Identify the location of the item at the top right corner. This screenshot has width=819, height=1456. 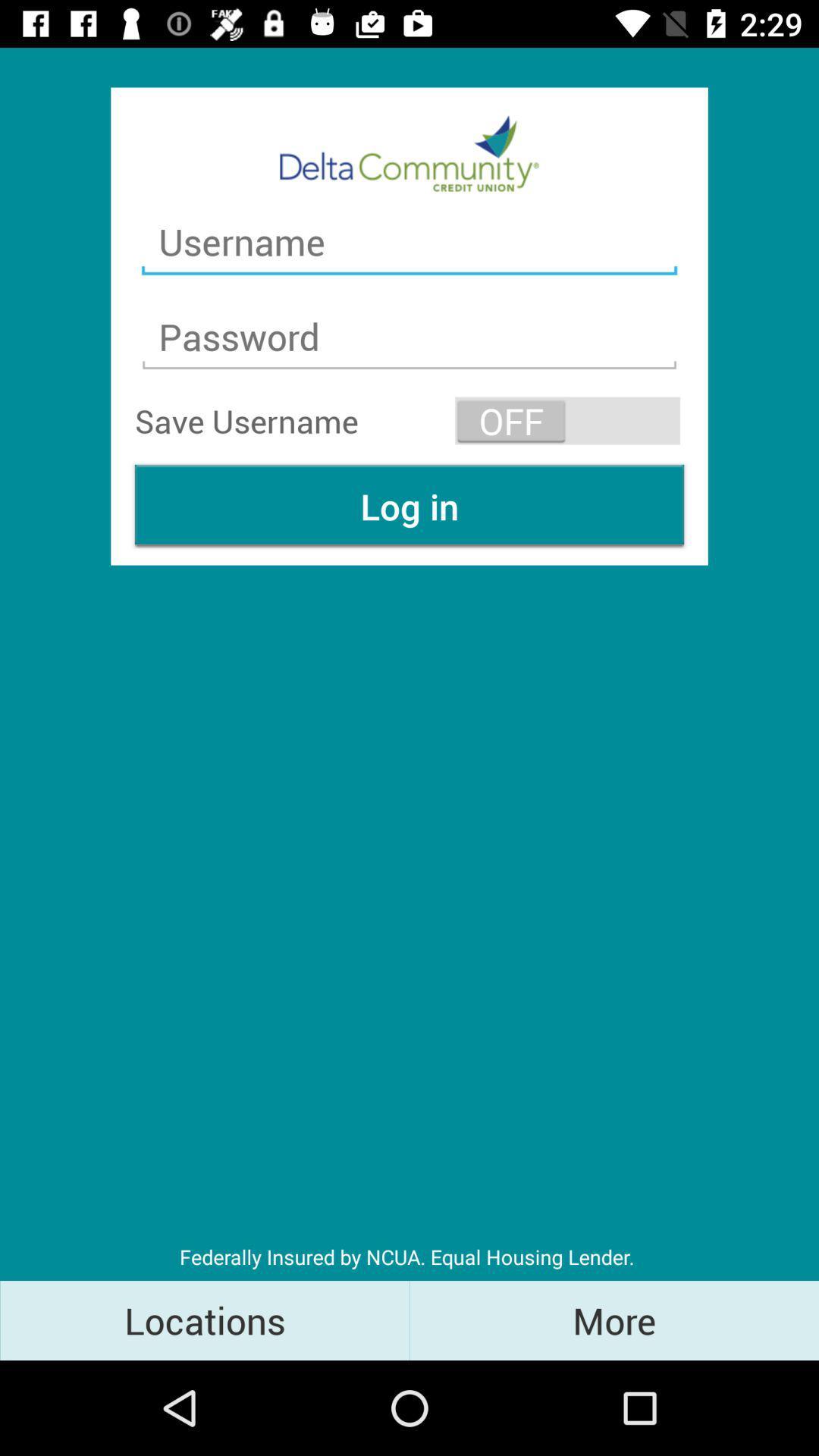
(567, 421).